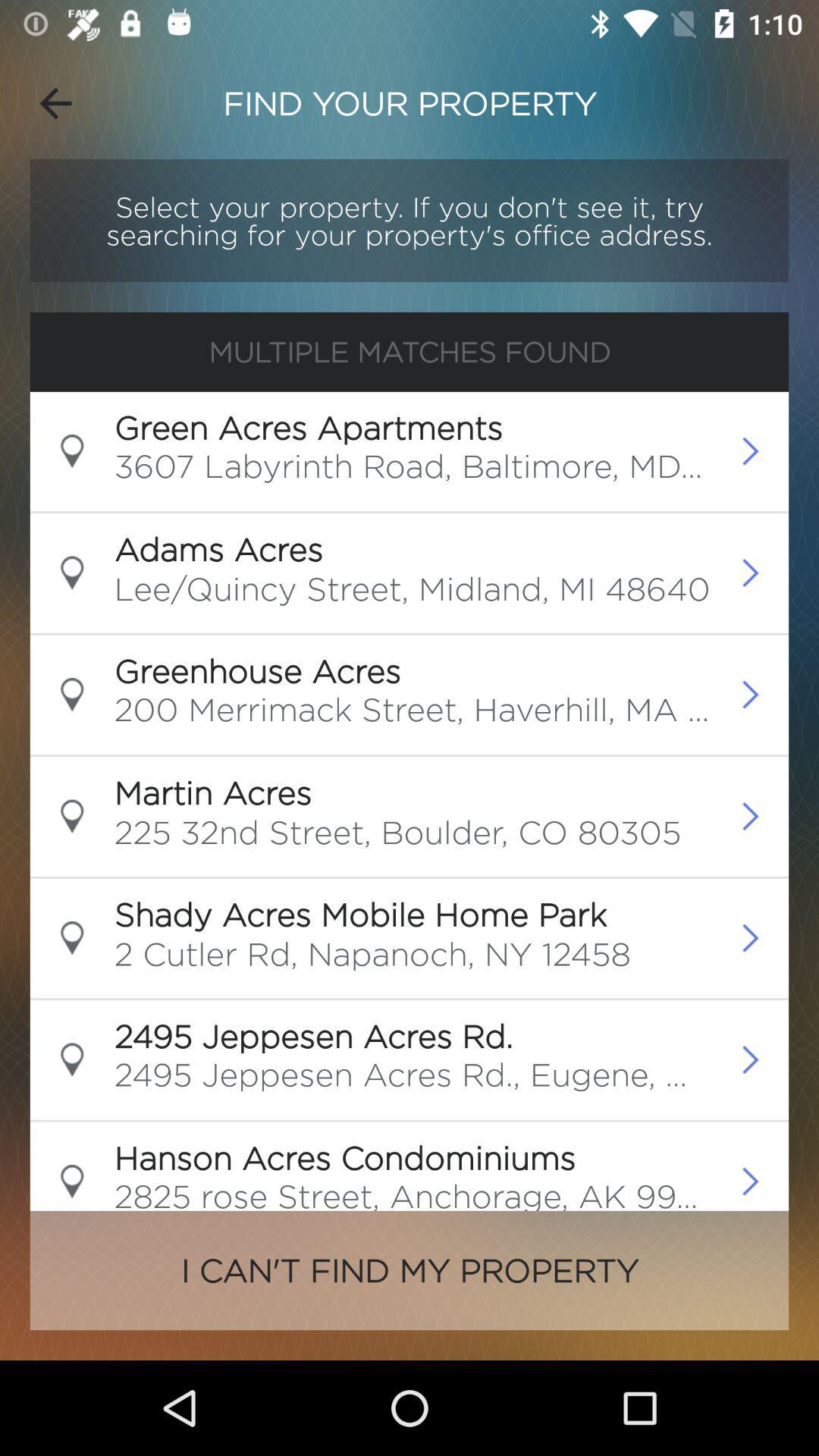 This screenshot has width=819, height=1456. Describe the element at coordinates (397, 835) in the screenshot. I see `the 225 32nd street` at that location.